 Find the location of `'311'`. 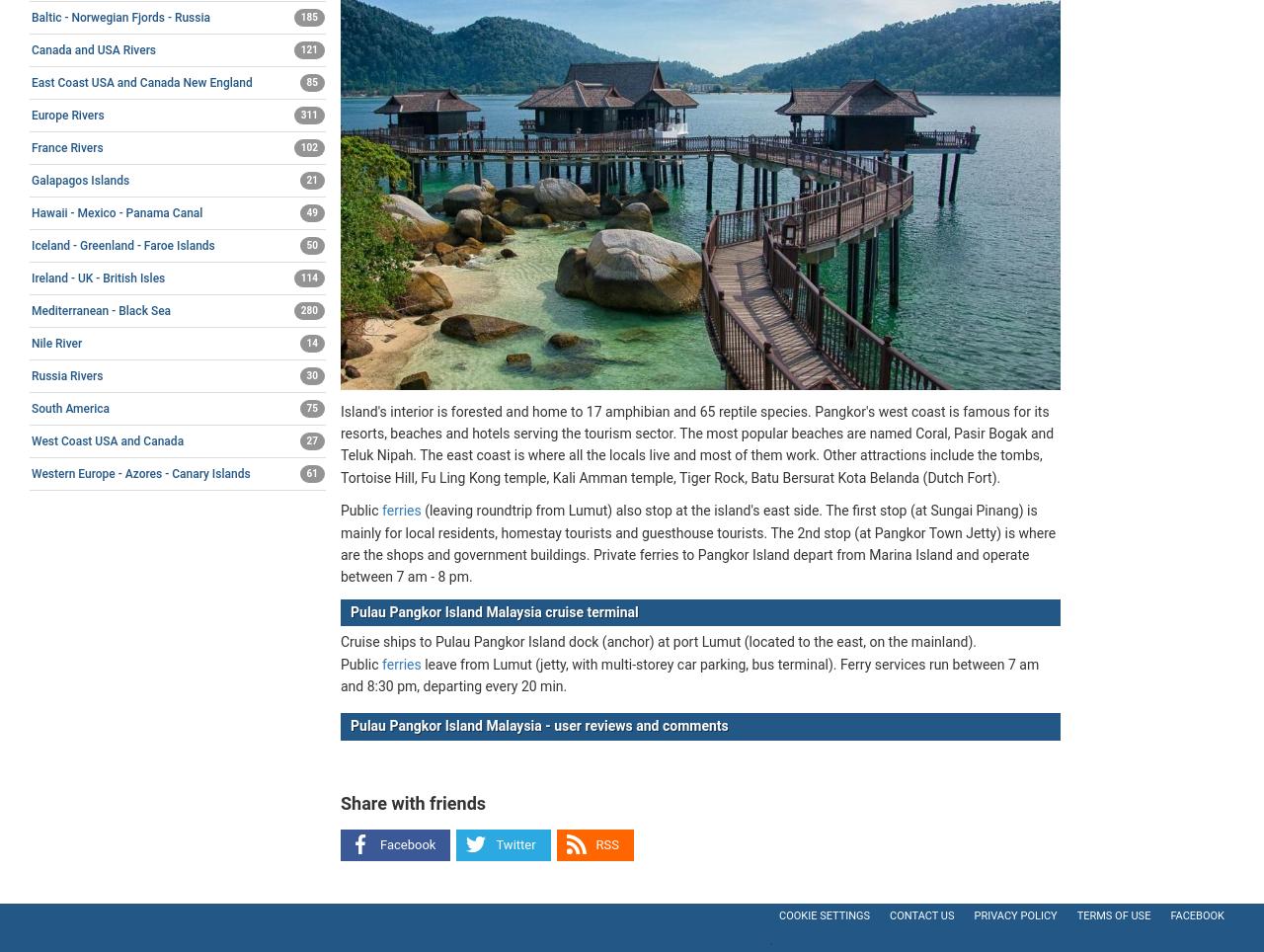

'311' is located at coordinates (307, 113).